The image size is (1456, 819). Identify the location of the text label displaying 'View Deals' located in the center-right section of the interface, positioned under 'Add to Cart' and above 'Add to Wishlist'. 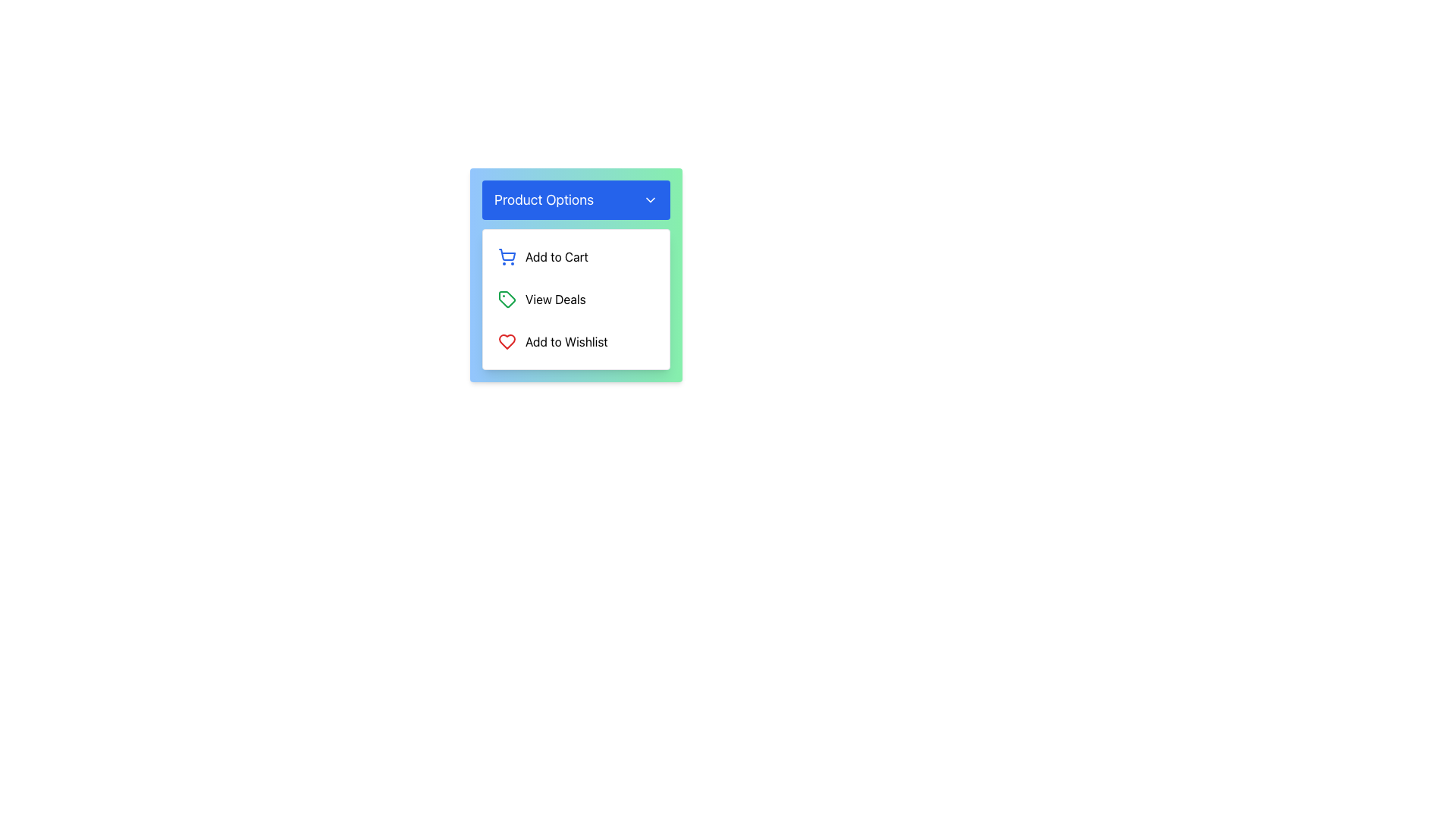
(554, 299).